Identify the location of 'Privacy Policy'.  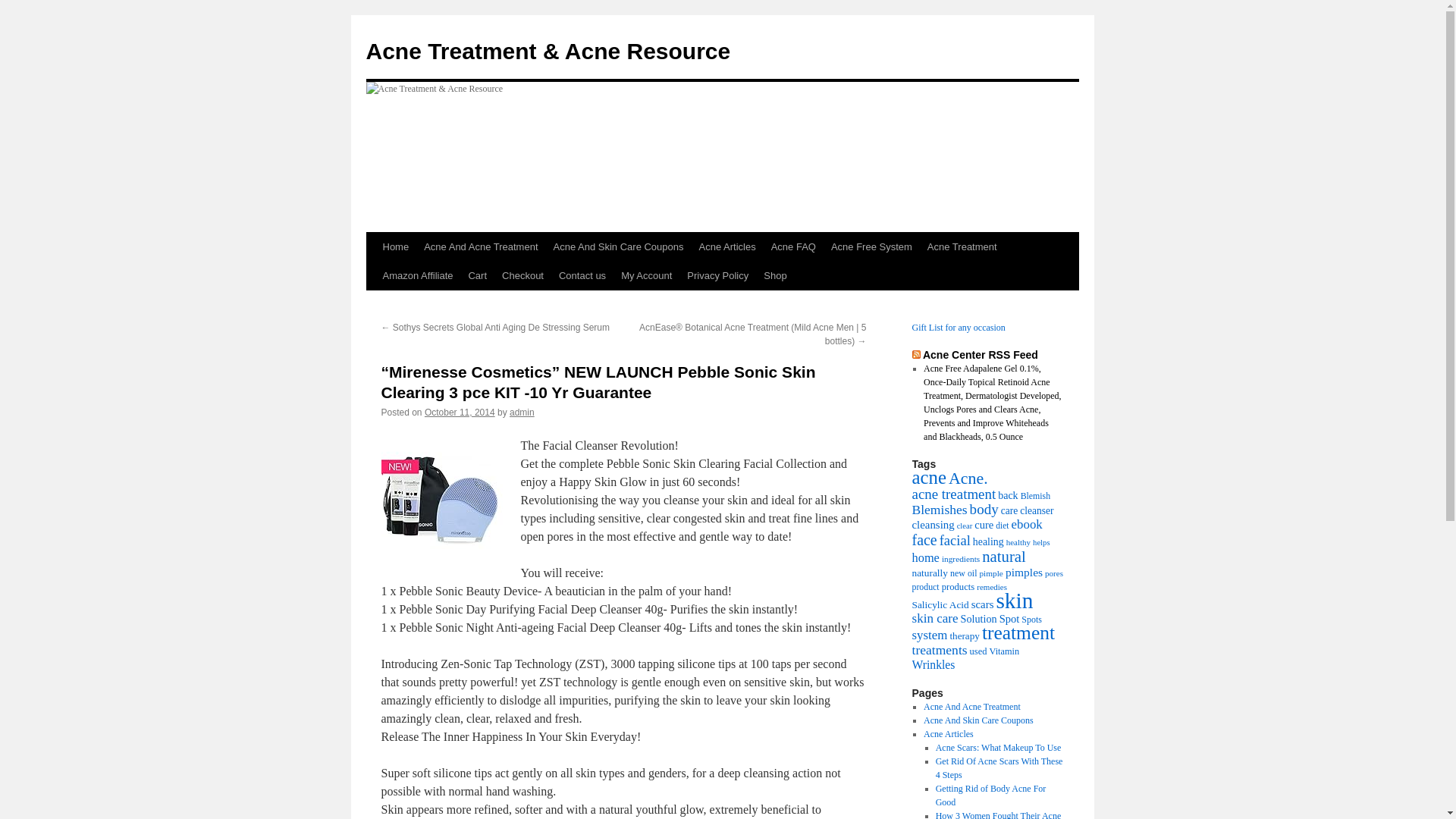
(717, 275).